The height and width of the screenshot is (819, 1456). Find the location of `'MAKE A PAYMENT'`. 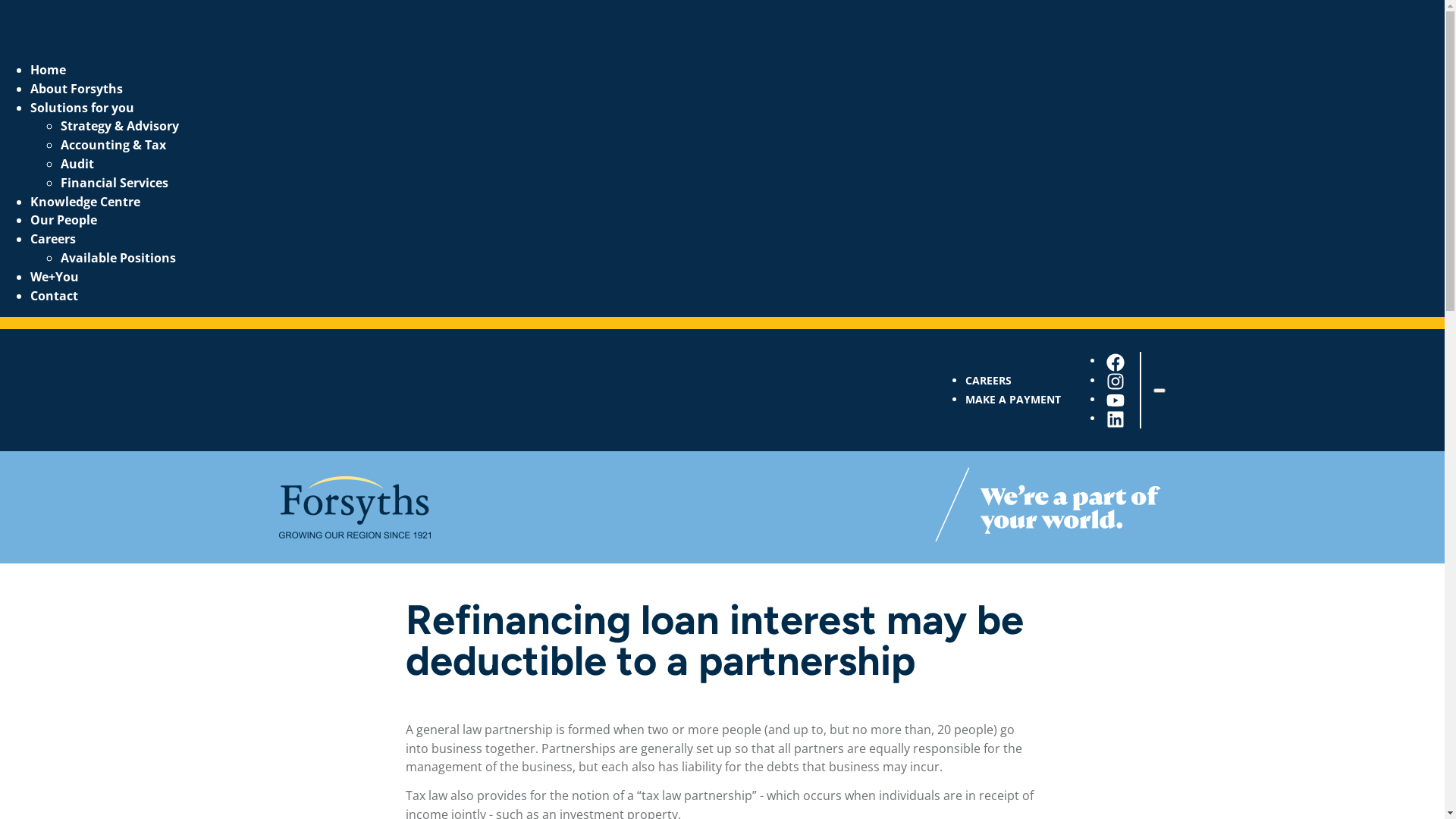

'MAKE A PAYMENT' is located at coordinates (1012, 398).